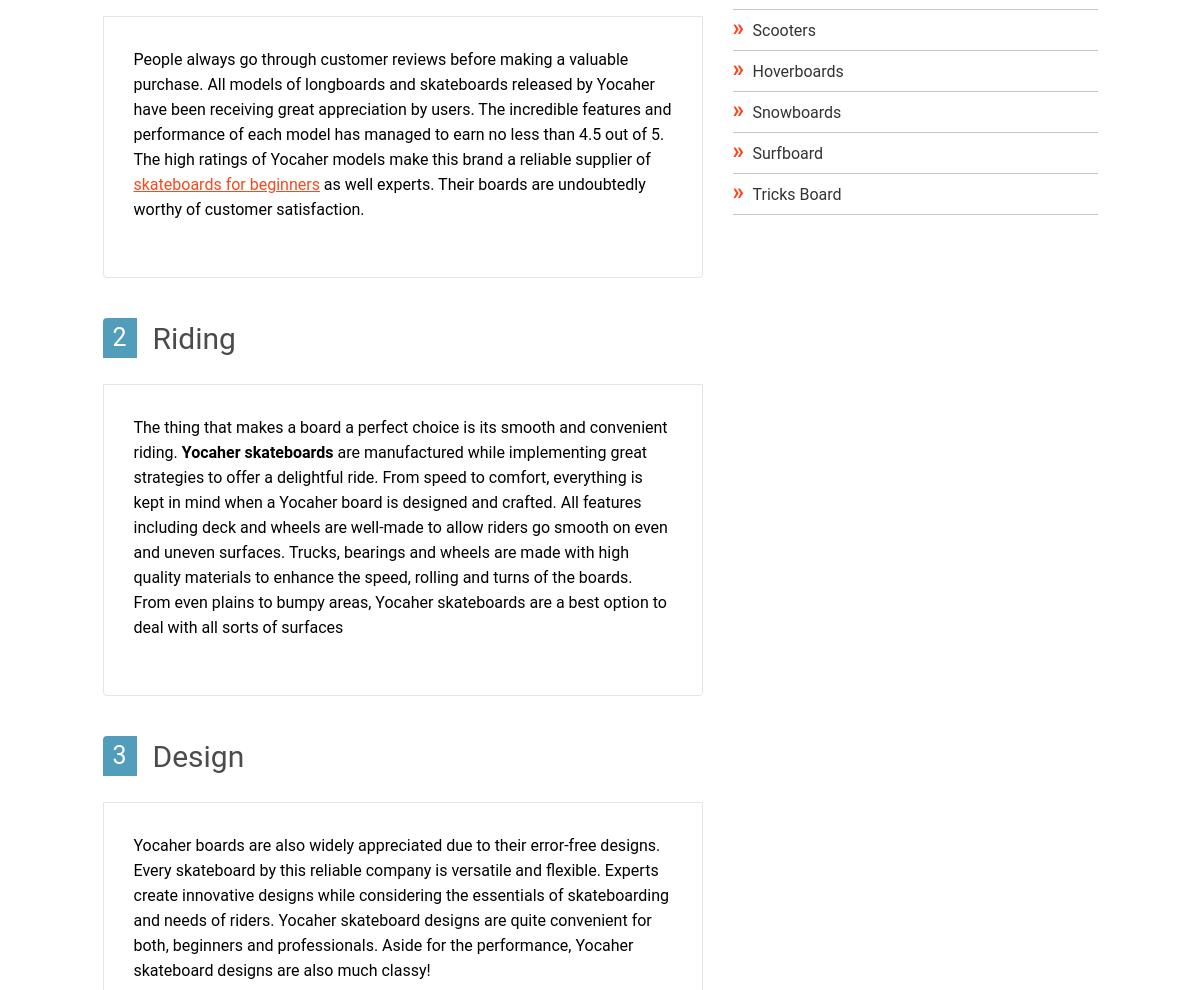 This screenshot has height=990, width=1200. What do you see at coordinates (197, 756) in the screenshot?
I see `'Design'` at bounding box center [197, 756].